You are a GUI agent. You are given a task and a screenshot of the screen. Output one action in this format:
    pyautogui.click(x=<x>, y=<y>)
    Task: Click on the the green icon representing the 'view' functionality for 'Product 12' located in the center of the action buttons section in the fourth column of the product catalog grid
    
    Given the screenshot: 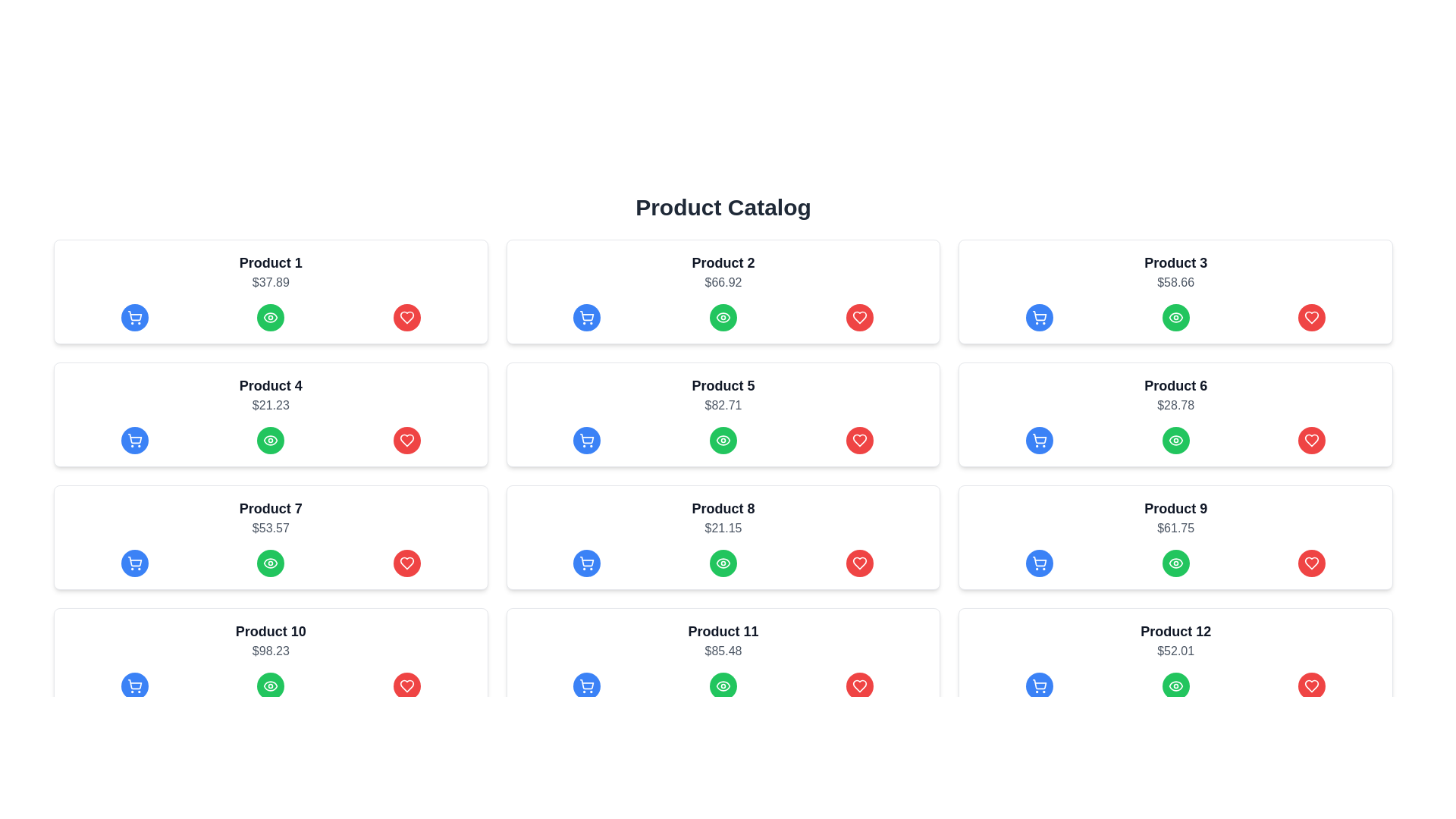 What is the action you would take?
    pyautogui.click(x=1175, y=686)
    